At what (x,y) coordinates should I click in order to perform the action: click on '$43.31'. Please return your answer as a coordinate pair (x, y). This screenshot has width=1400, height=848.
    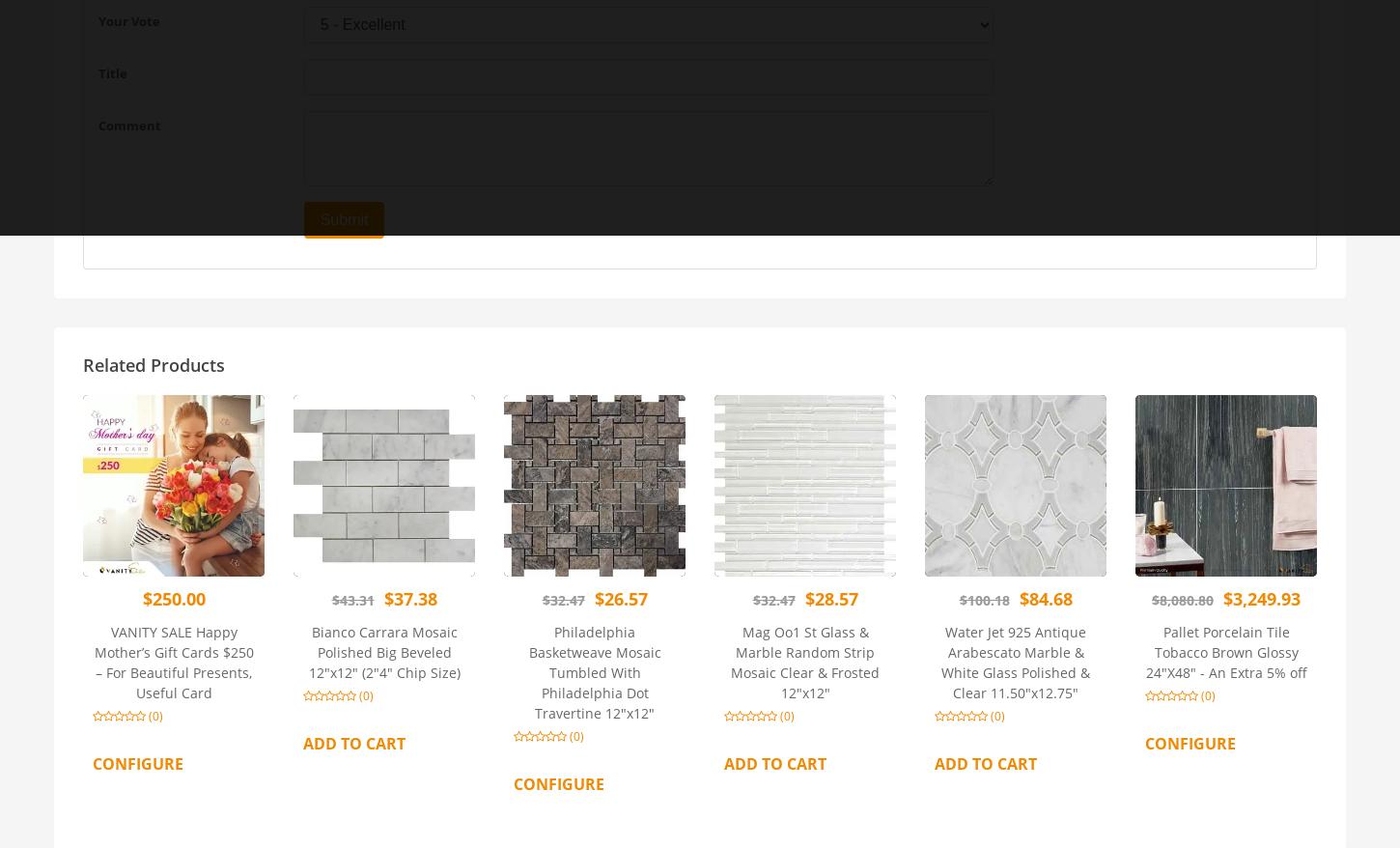
    Looking at the image, I should click on (350, 598).